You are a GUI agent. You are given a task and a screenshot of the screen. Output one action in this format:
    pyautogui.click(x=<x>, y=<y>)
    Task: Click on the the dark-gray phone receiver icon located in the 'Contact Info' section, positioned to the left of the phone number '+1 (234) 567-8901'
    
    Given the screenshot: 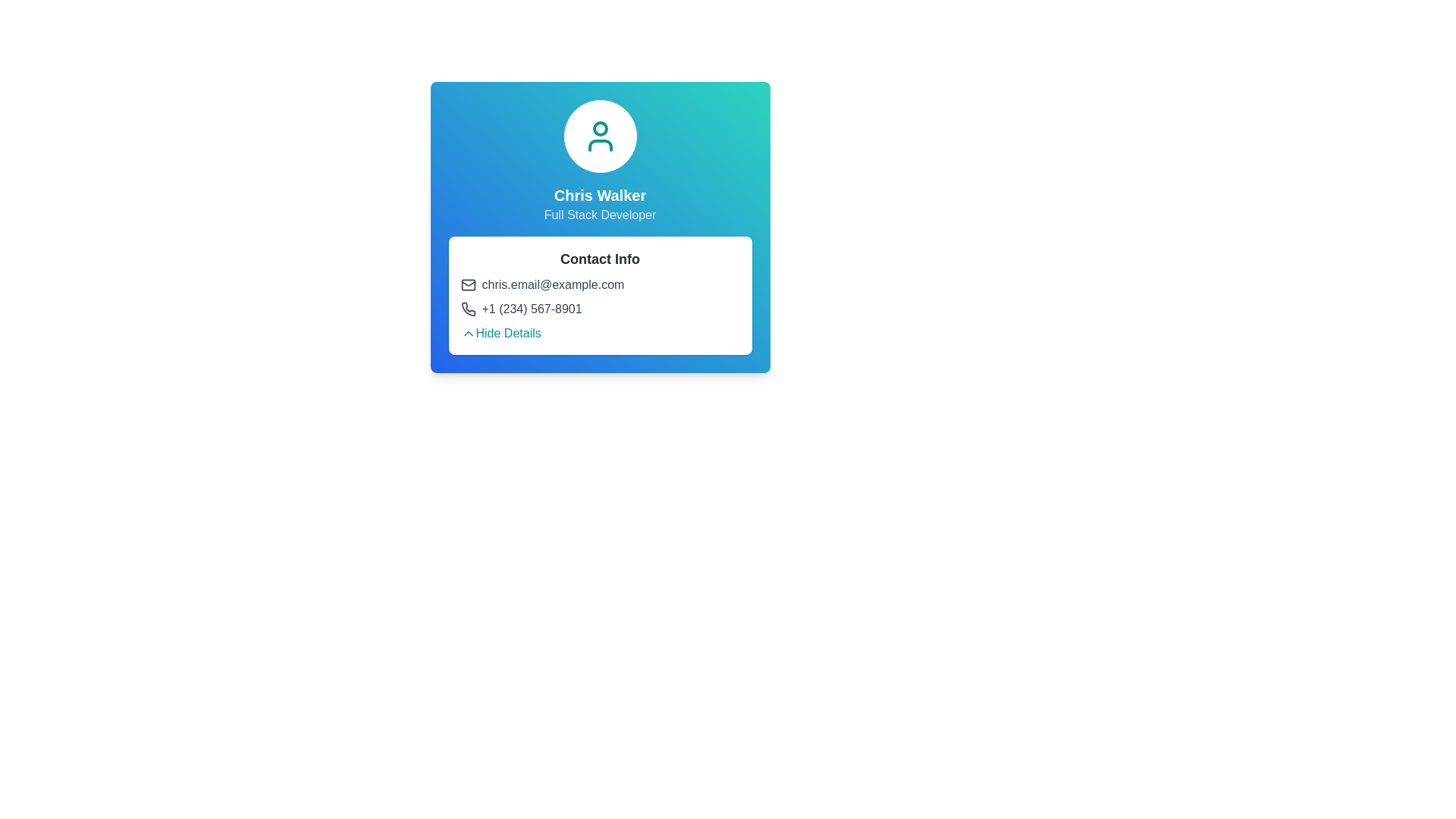 What is the action you would take?
    pyautogui.click(x=467, y=309)
    